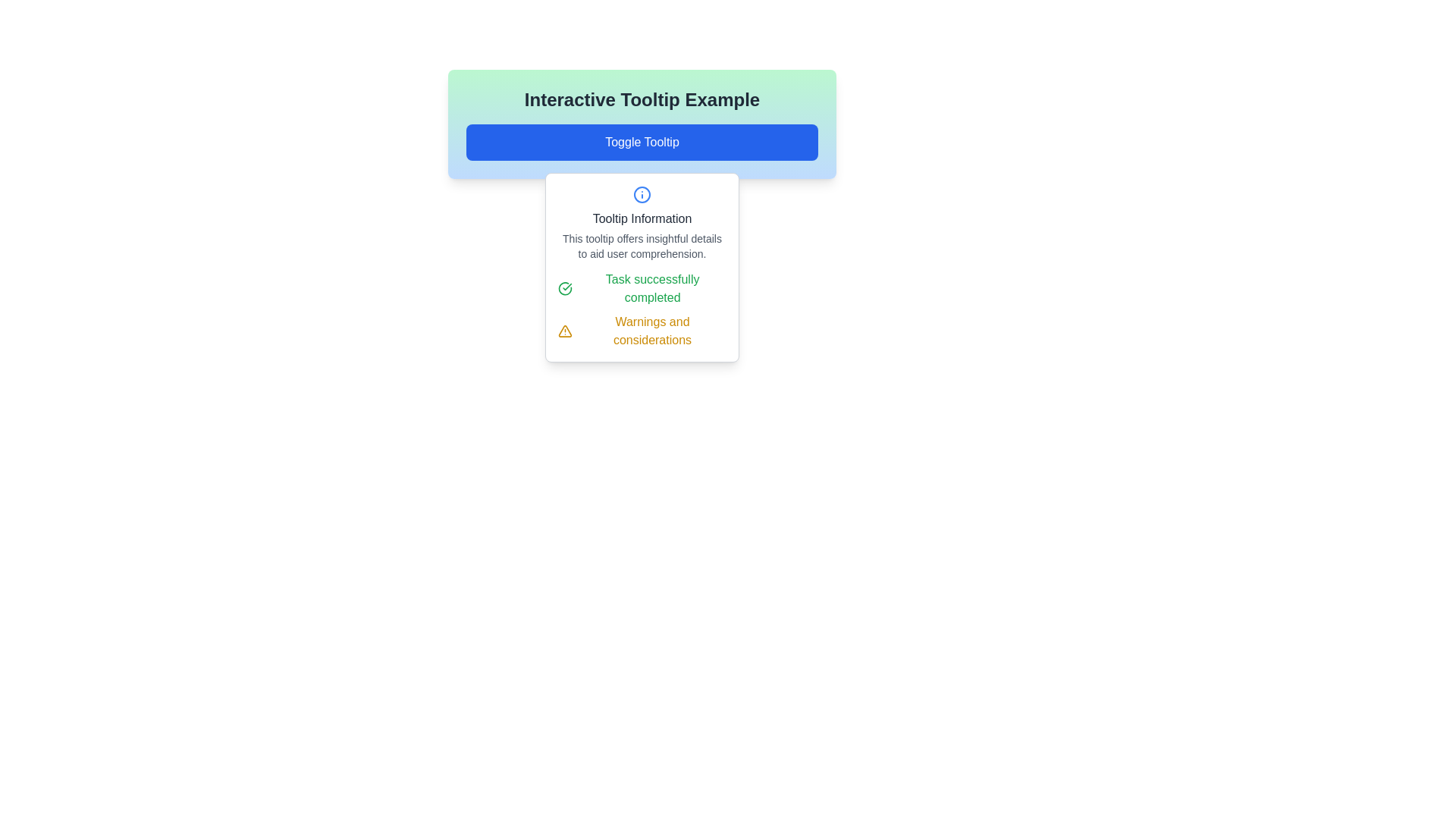 Image resolution: width=1456 pixels, height=819 pixels. I want to click on the surrounding area of the Status message with a green checkmark icon indicating 'Task successfully completed', so click(642, 289).